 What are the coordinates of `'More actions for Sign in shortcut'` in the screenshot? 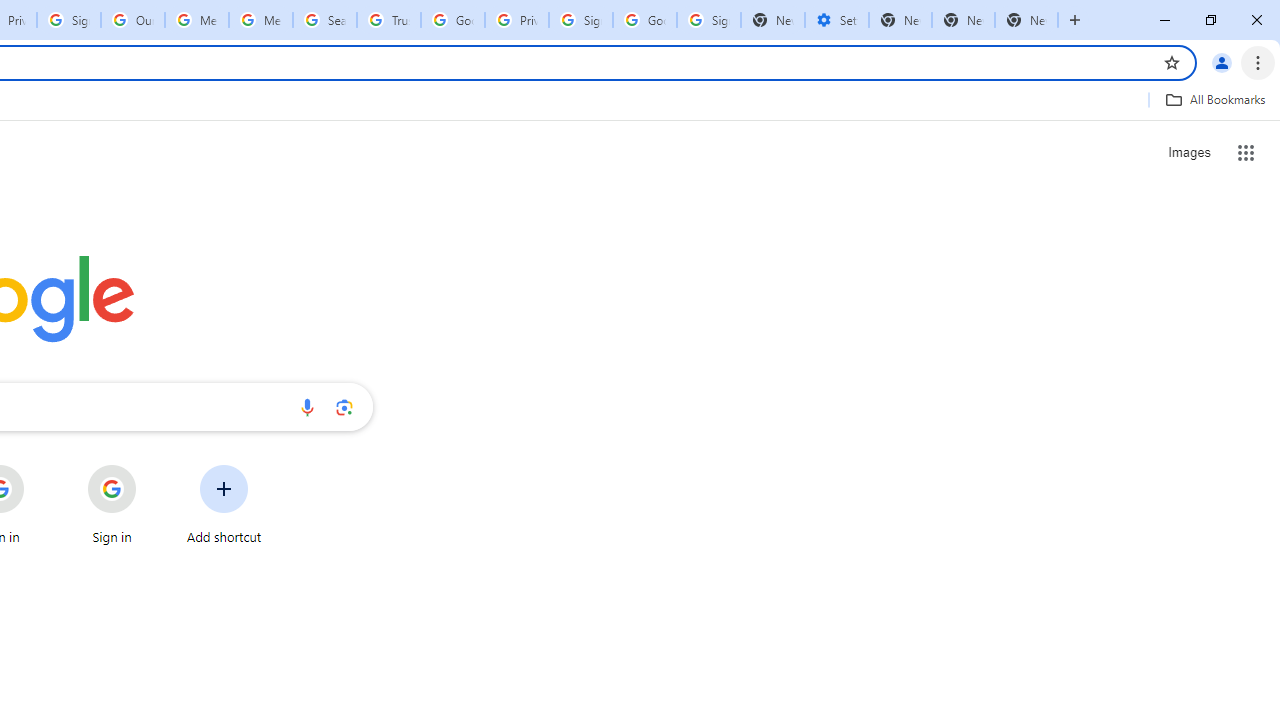 It's located at (151, 466).